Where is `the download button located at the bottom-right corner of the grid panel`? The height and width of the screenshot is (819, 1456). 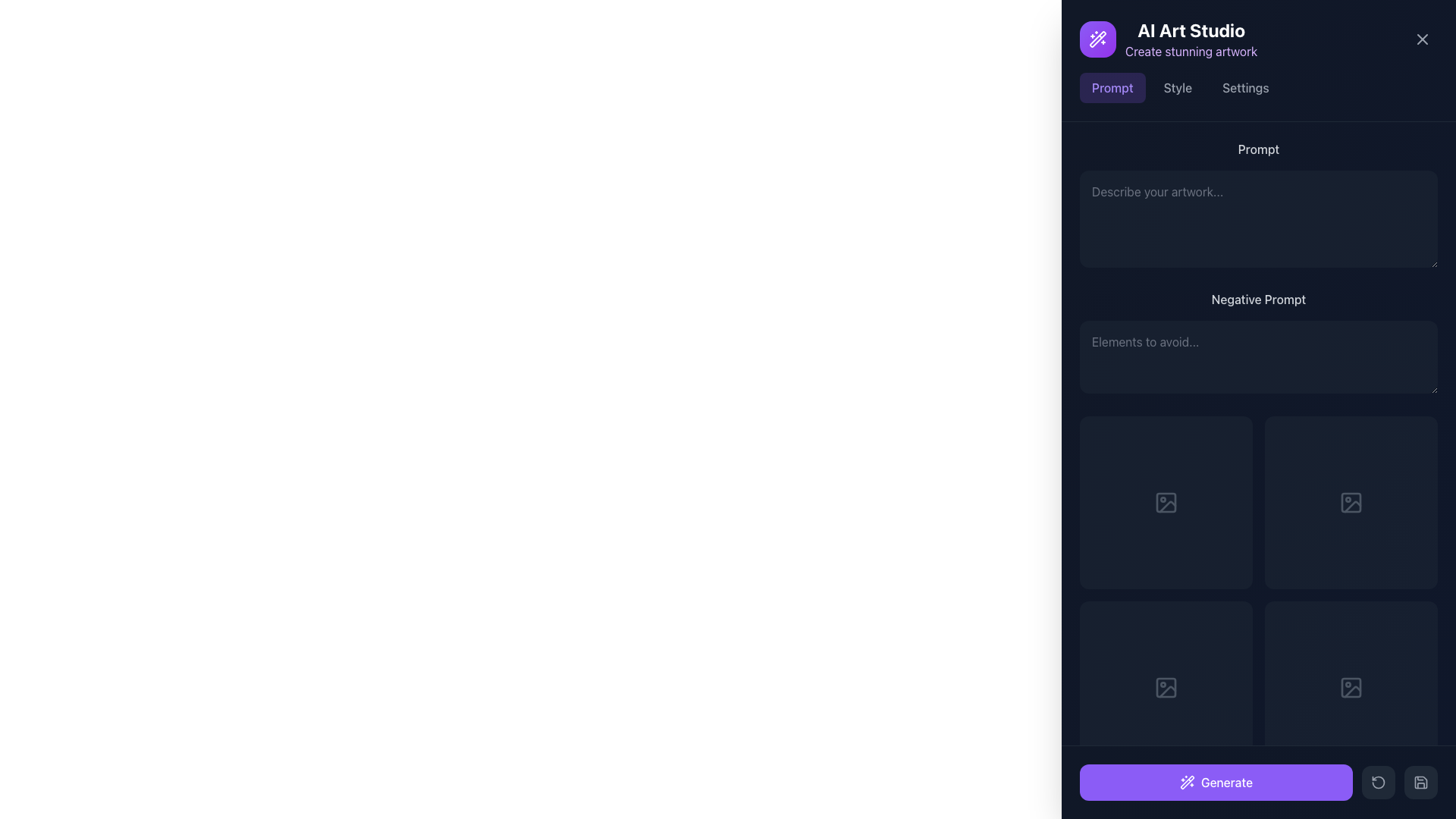 the download button located at the bottom-right corner of the grid panel is located at coordinates (1371, 687).